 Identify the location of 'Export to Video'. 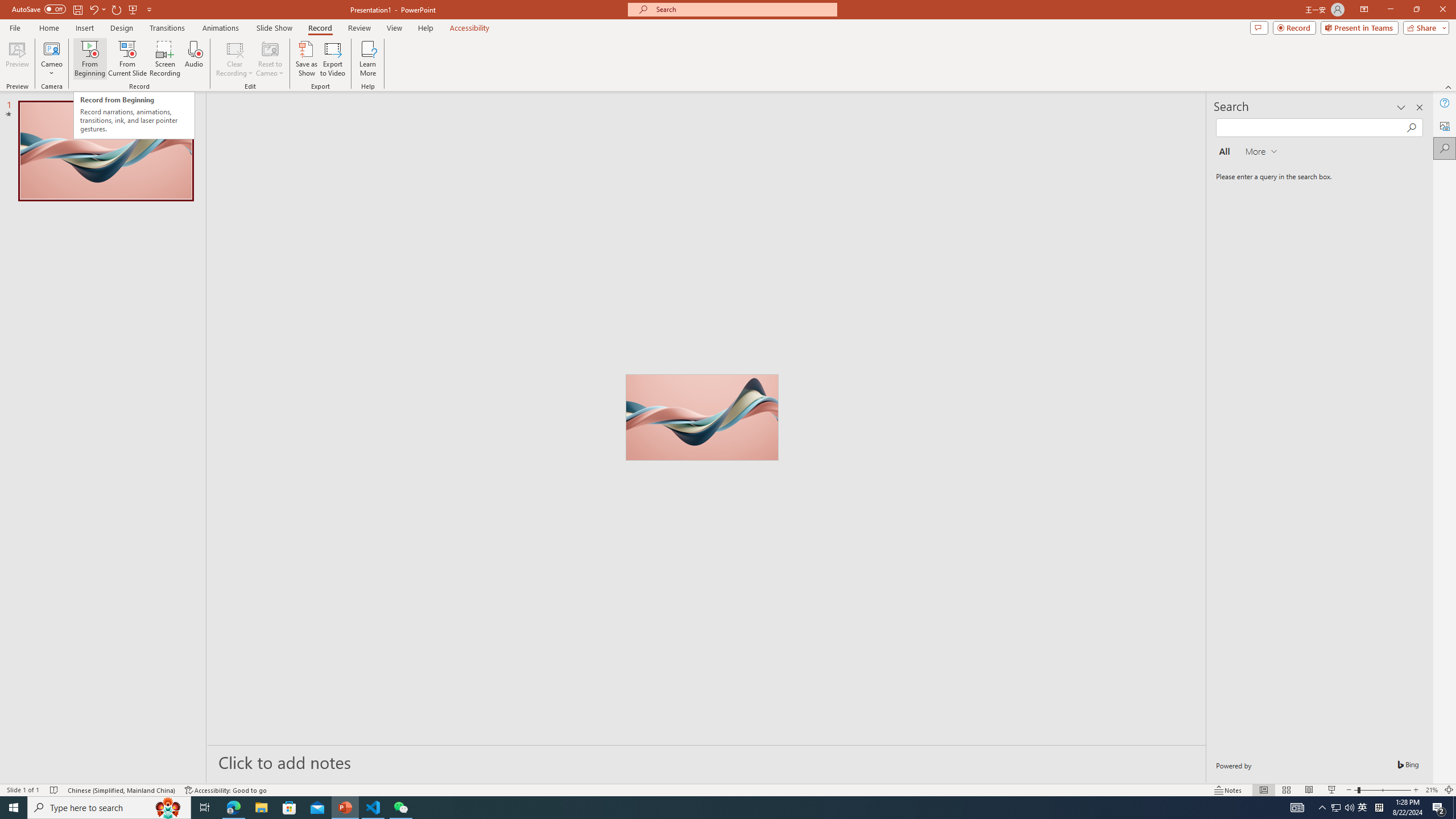
(332, 59).